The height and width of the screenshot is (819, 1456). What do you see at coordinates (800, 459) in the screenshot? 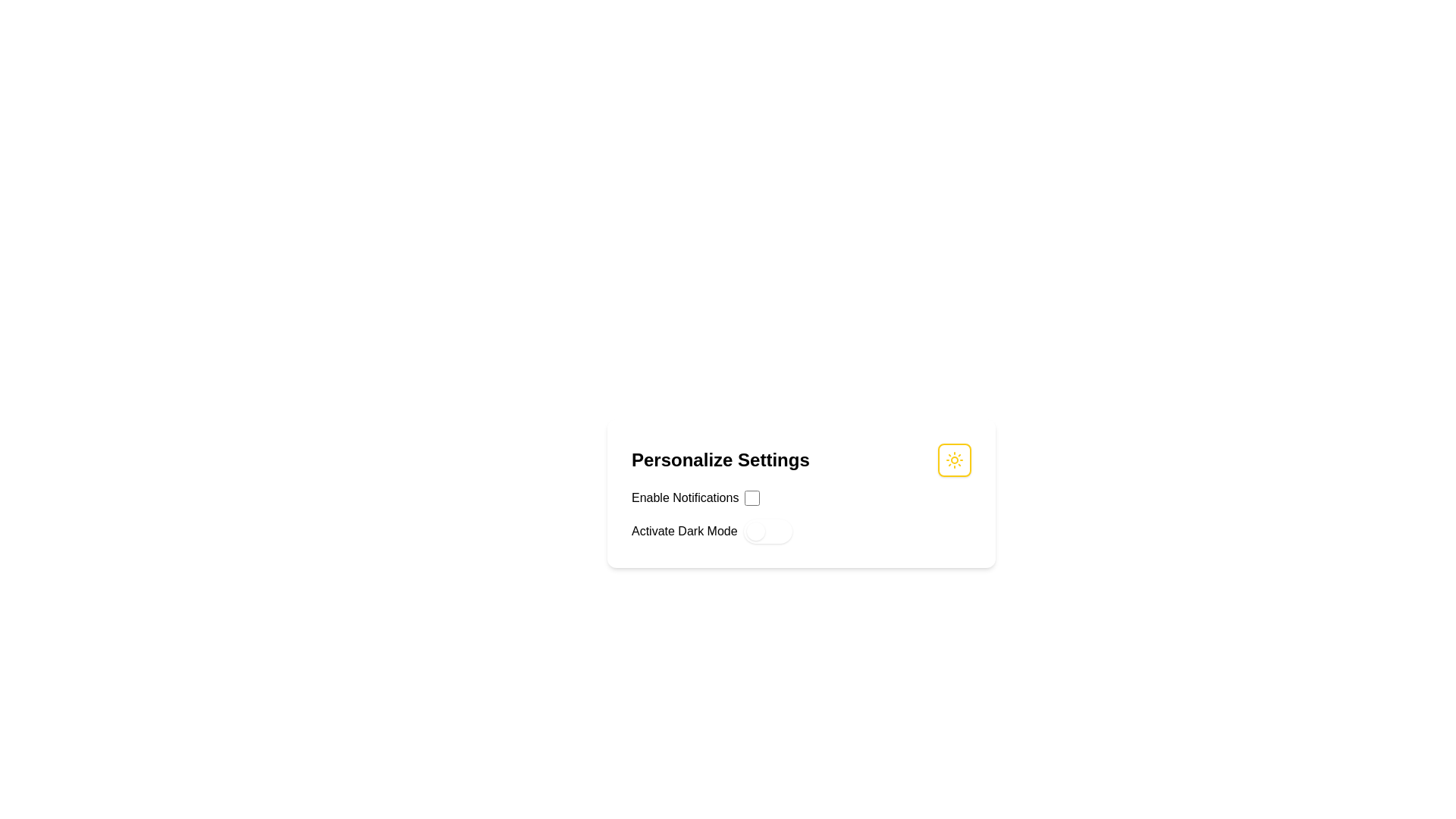
I see `the 'Personalize Settings' header with a sun icon` at bounding box center [800, 459].